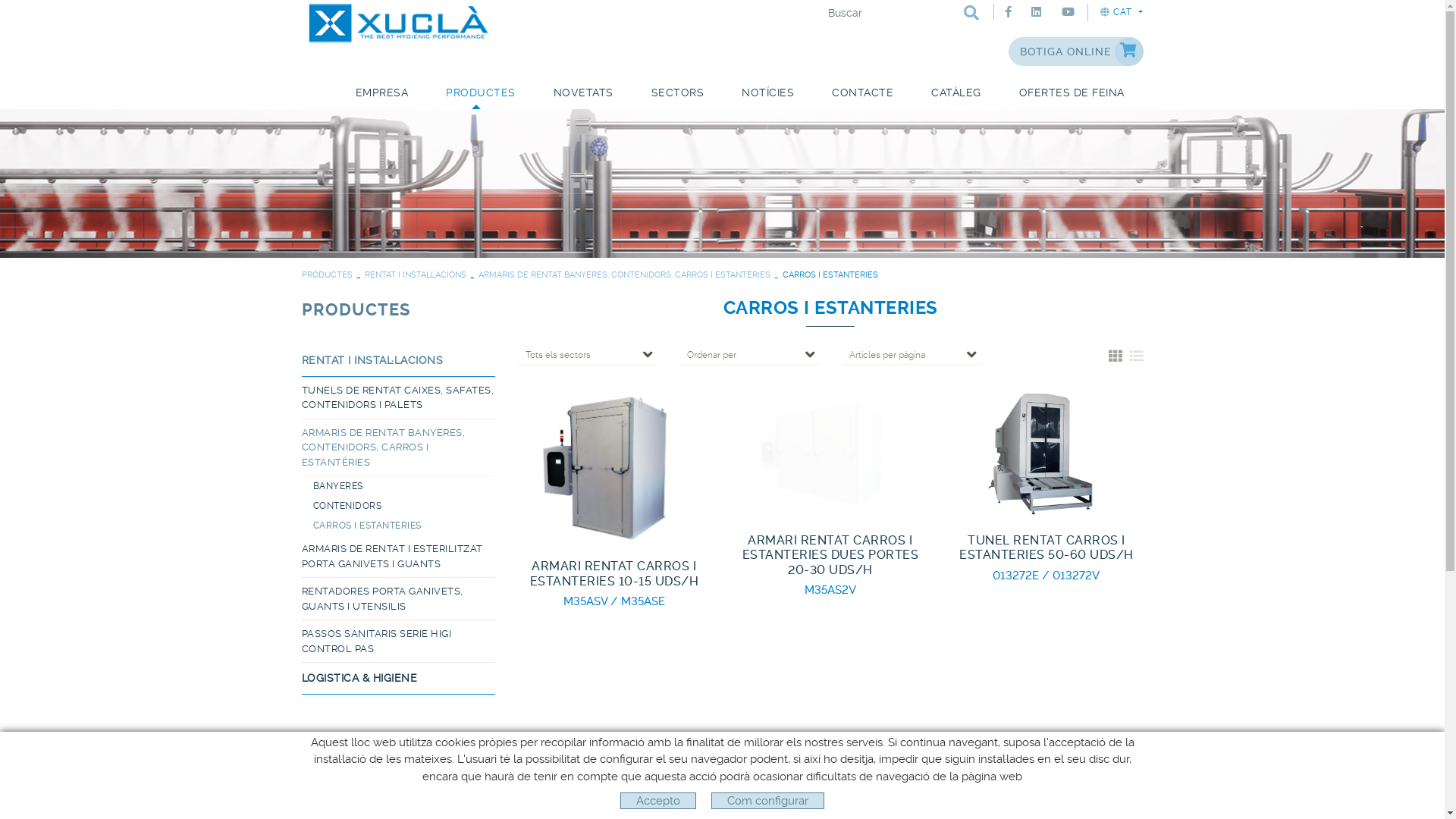 Image resolution: width=1456 pixels, height=819 pixels. I want to click on 'LOGISTICA & HIGIENE', so click(302, 677).